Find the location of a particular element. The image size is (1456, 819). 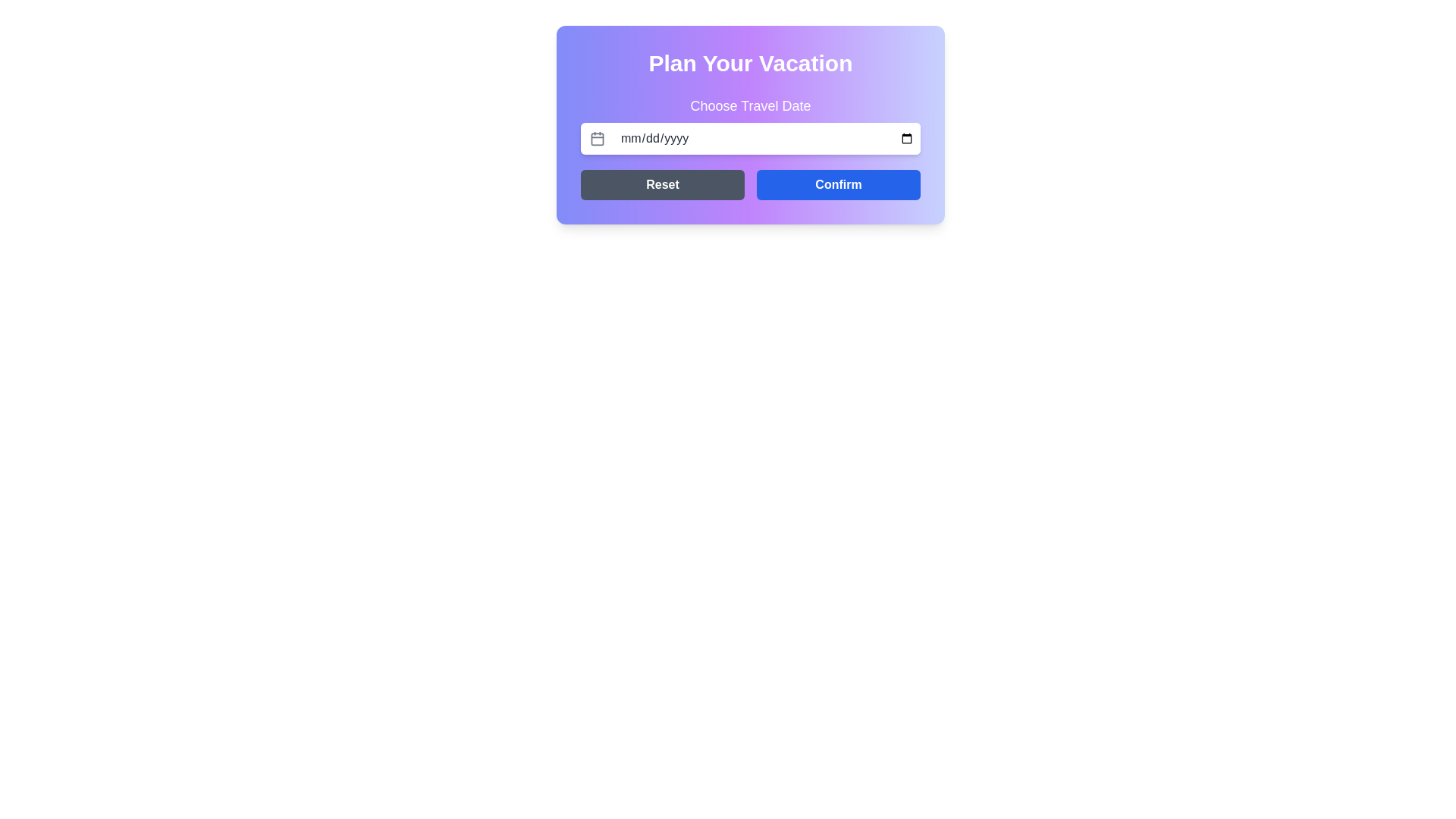

the confirmation button located to the right of the 'Reset' button to confirm the action related is located at coordinates (837, 184).